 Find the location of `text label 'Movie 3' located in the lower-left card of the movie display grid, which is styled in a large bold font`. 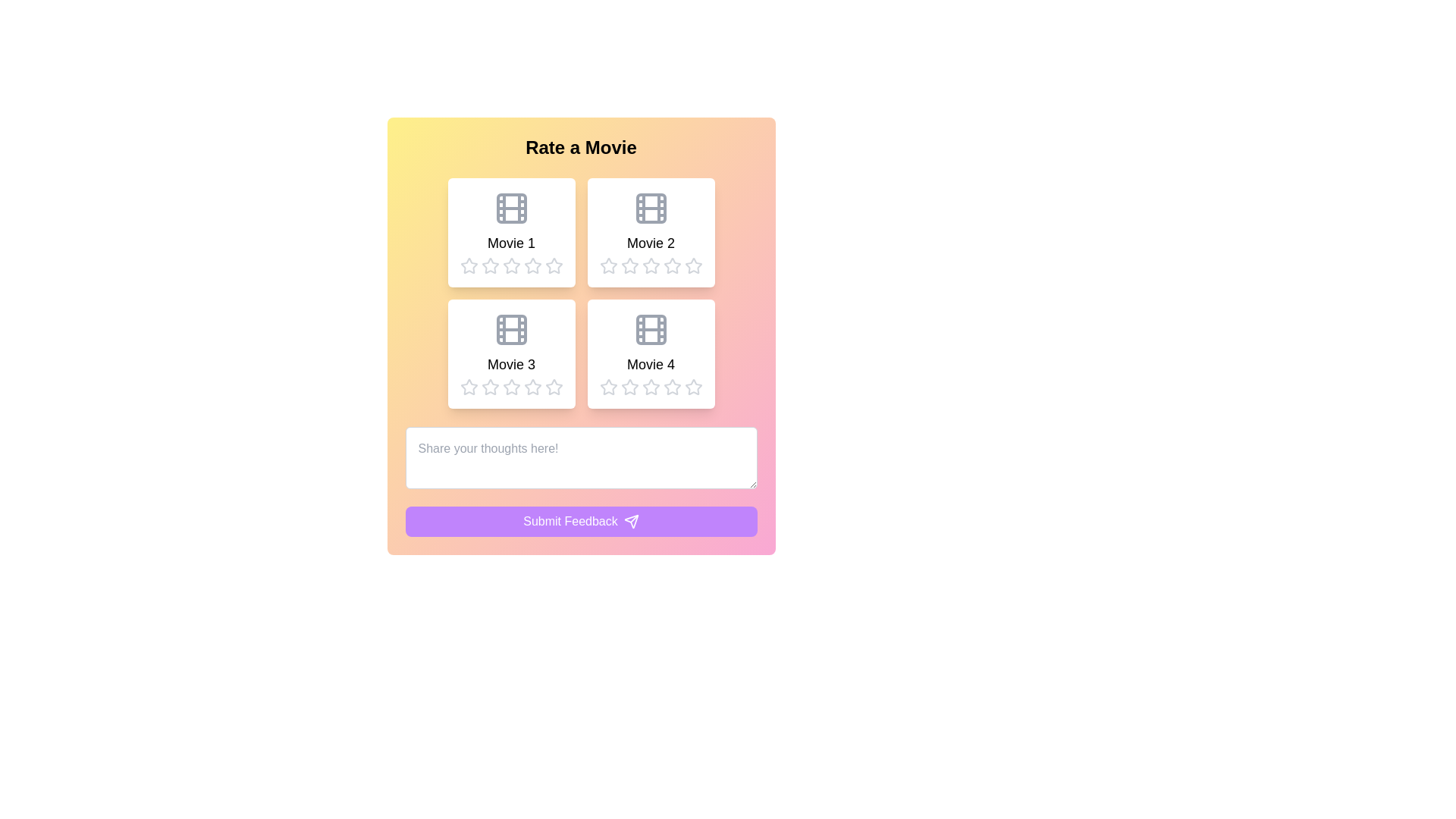

text label 'Movie 3' located in the lower-left card of the movie display grid, which is styled in a large bold font is located at coordinates (511, 365).